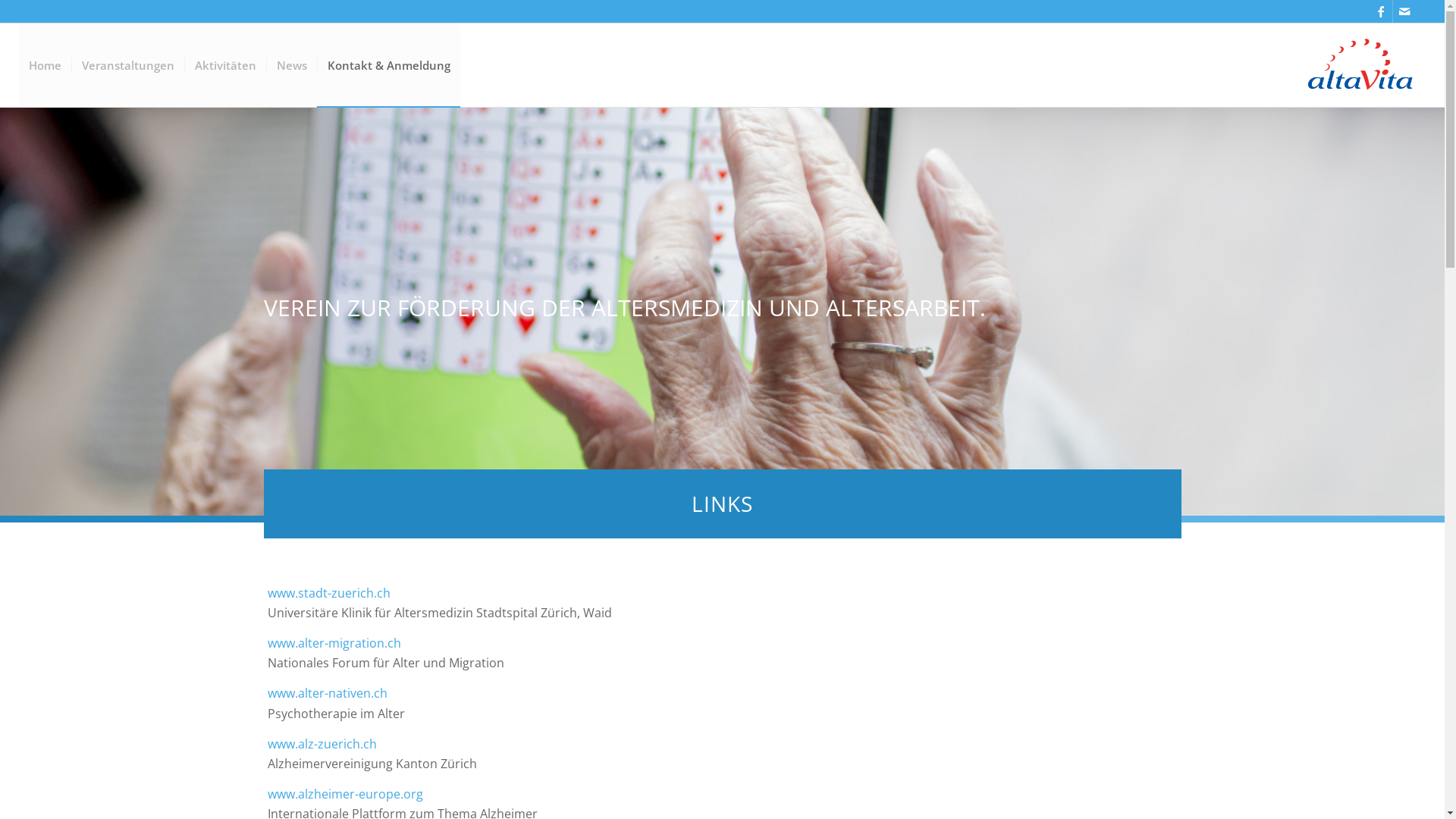  I want to click on 'www.alter-nativen.ch', so click(326, 693).